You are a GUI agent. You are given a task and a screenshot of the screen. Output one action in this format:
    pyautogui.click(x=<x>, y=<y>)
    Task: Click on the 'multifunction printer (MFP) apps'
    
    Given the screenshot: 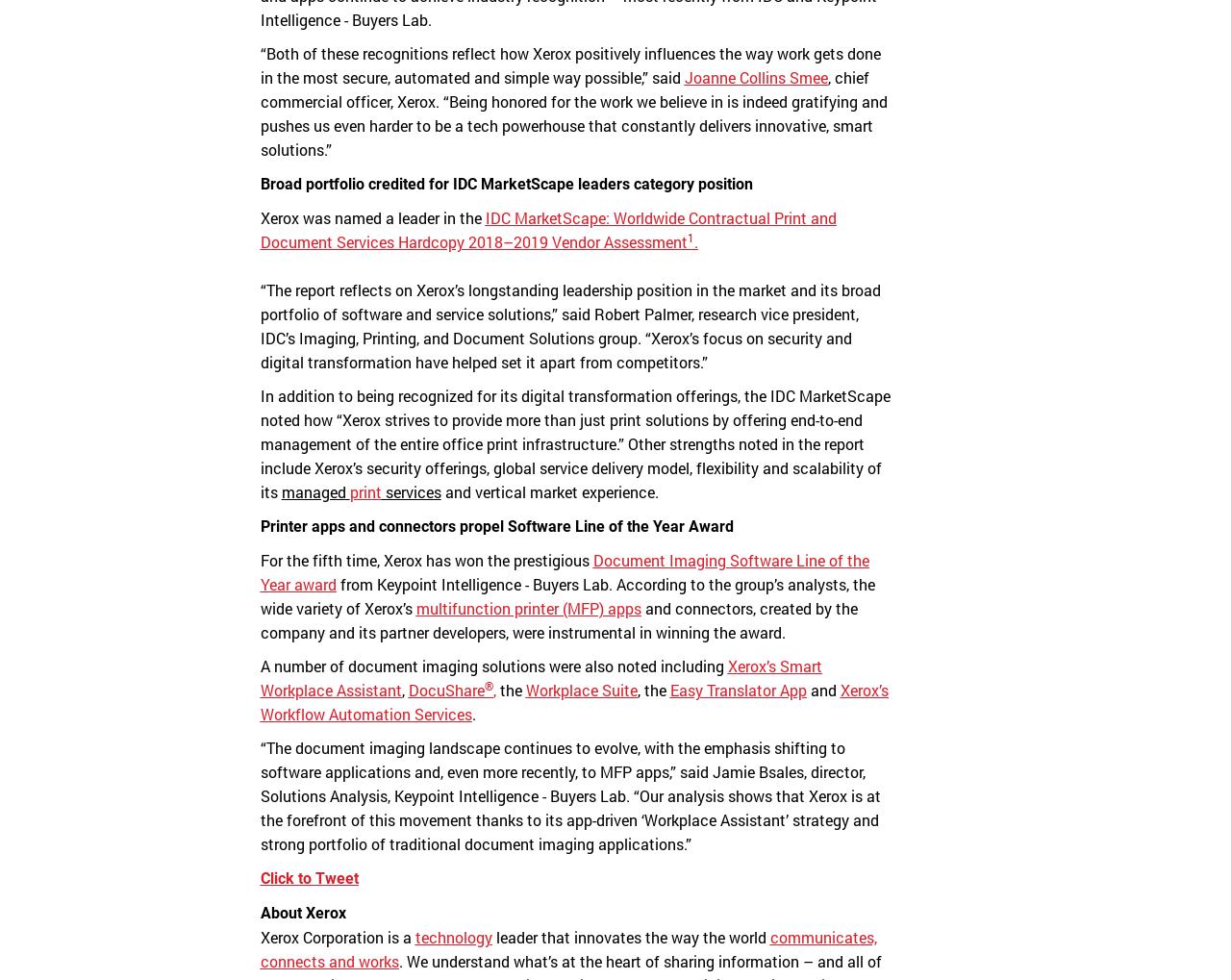 What is the action you would take?
    pyautogui.click(x=415, y=608)
    